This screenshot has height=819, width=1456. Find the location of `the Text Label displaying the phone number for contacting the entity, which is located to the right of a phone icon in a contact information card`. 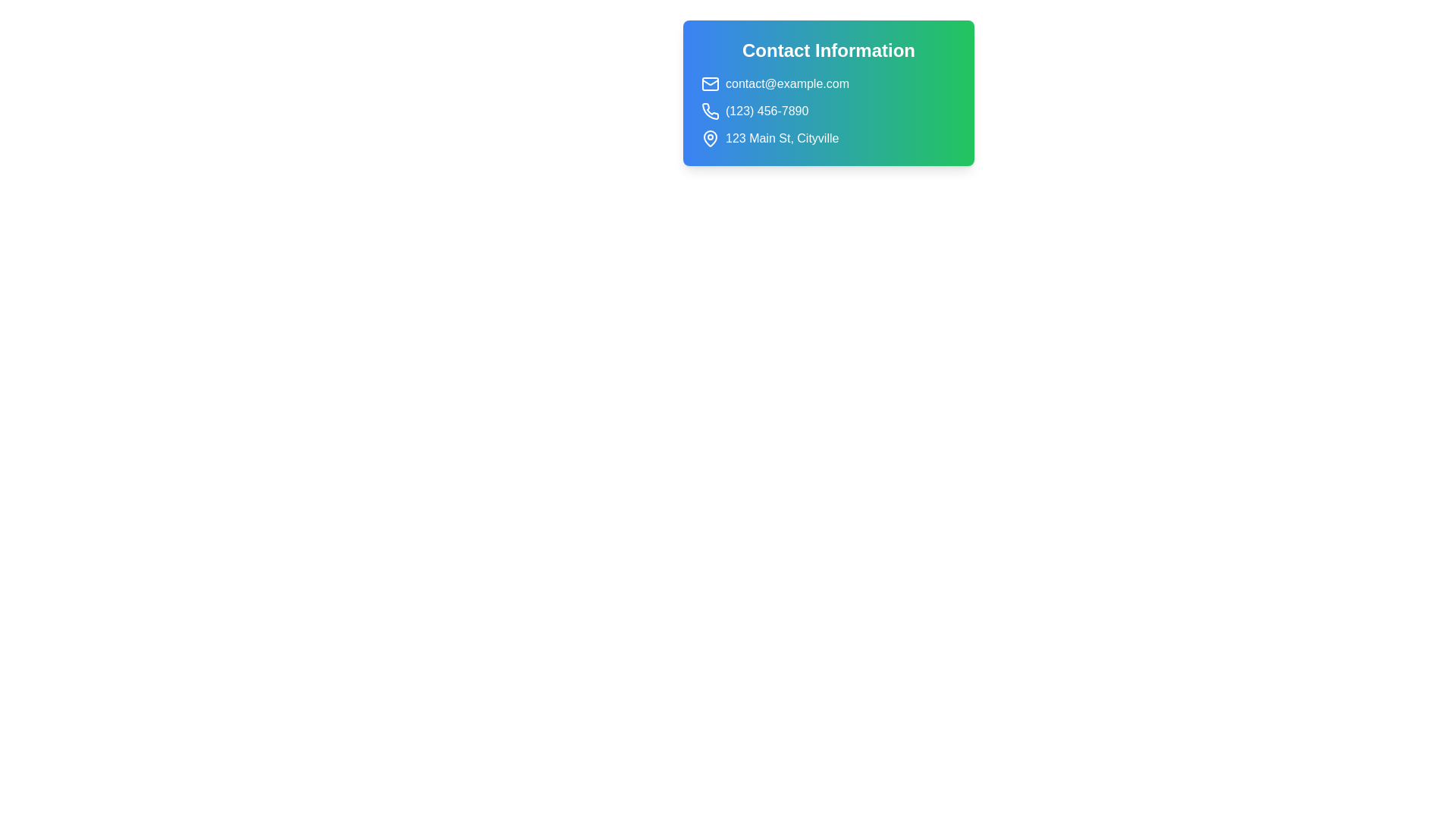

the Text Label displaying the phone number for contacting the entity, which is located to the right of a phone icon in a contact information card is located at coordinates (767, 110).